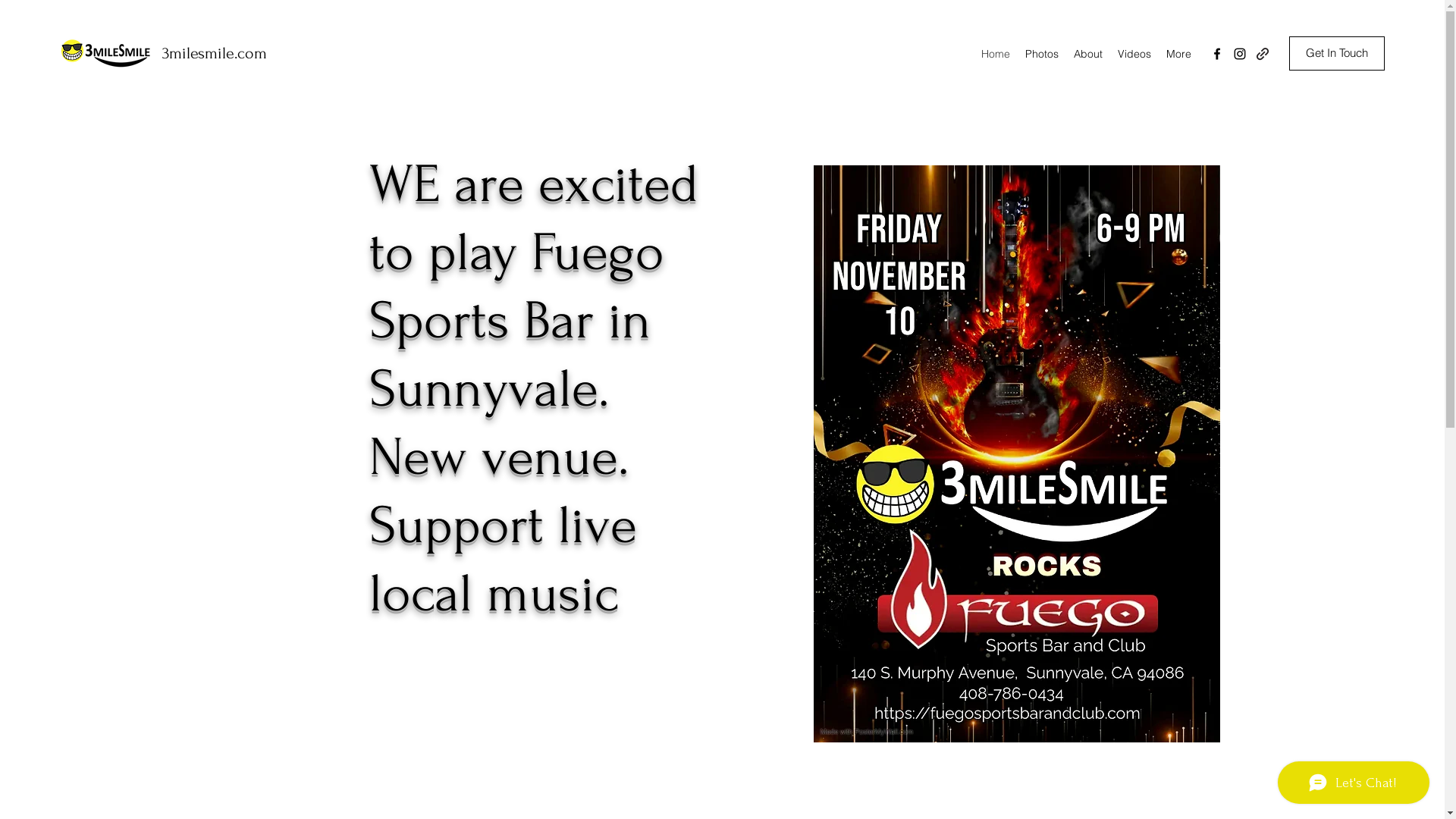  What do you see at coordinates (1336, 52) in the screenshot?
I see `'Get In Touch'` at bounding box center [1336, 52].